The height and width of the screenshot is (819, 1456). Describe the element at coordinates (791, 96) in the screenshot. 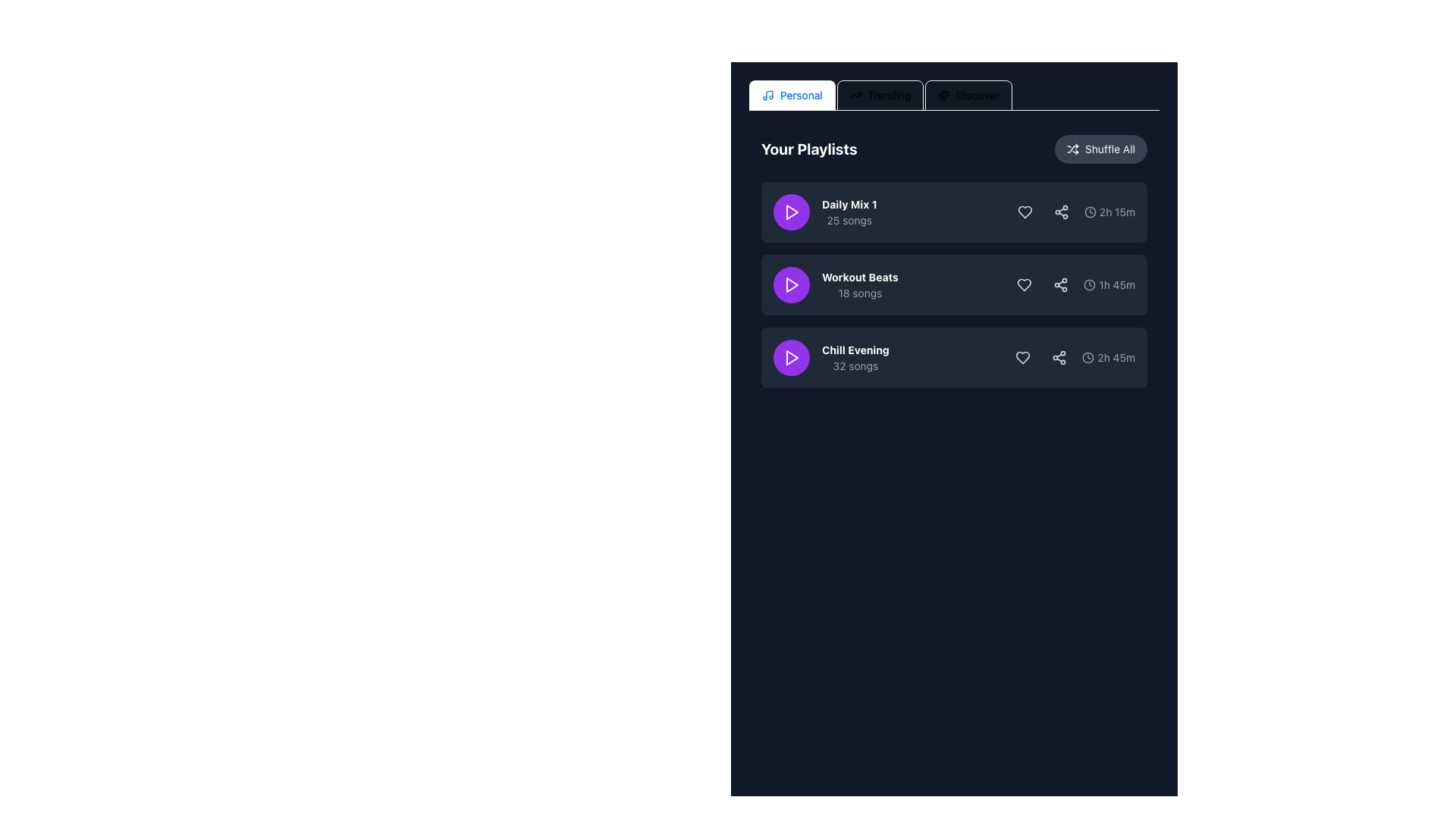

I see `the 'Personal' tab button, which is the first tab in the navigation bar with a musical note icon and blue font on a white background` at that location.